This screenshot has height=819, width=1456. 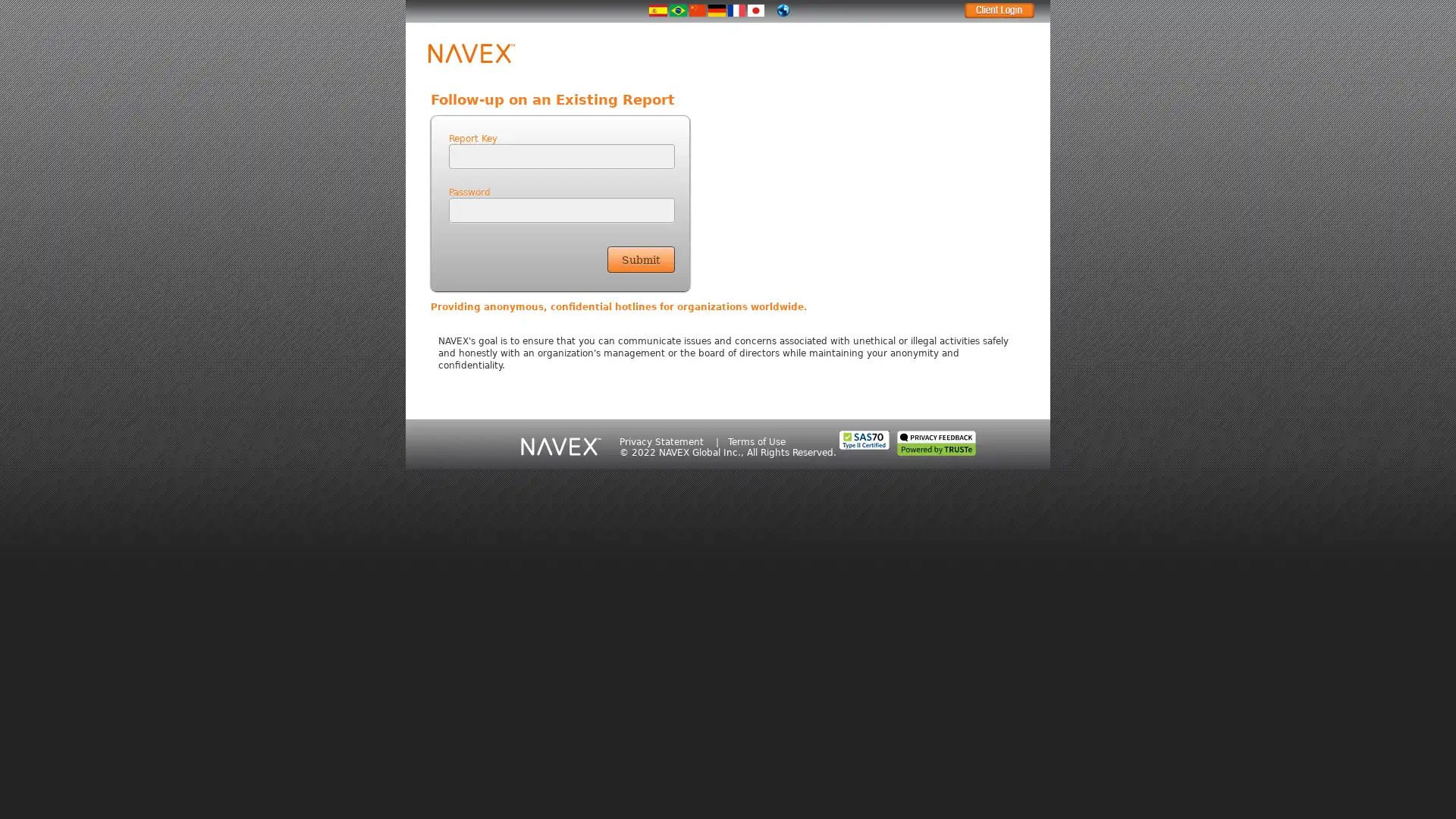 I want to click on Submit, so click(x=641, y=259).